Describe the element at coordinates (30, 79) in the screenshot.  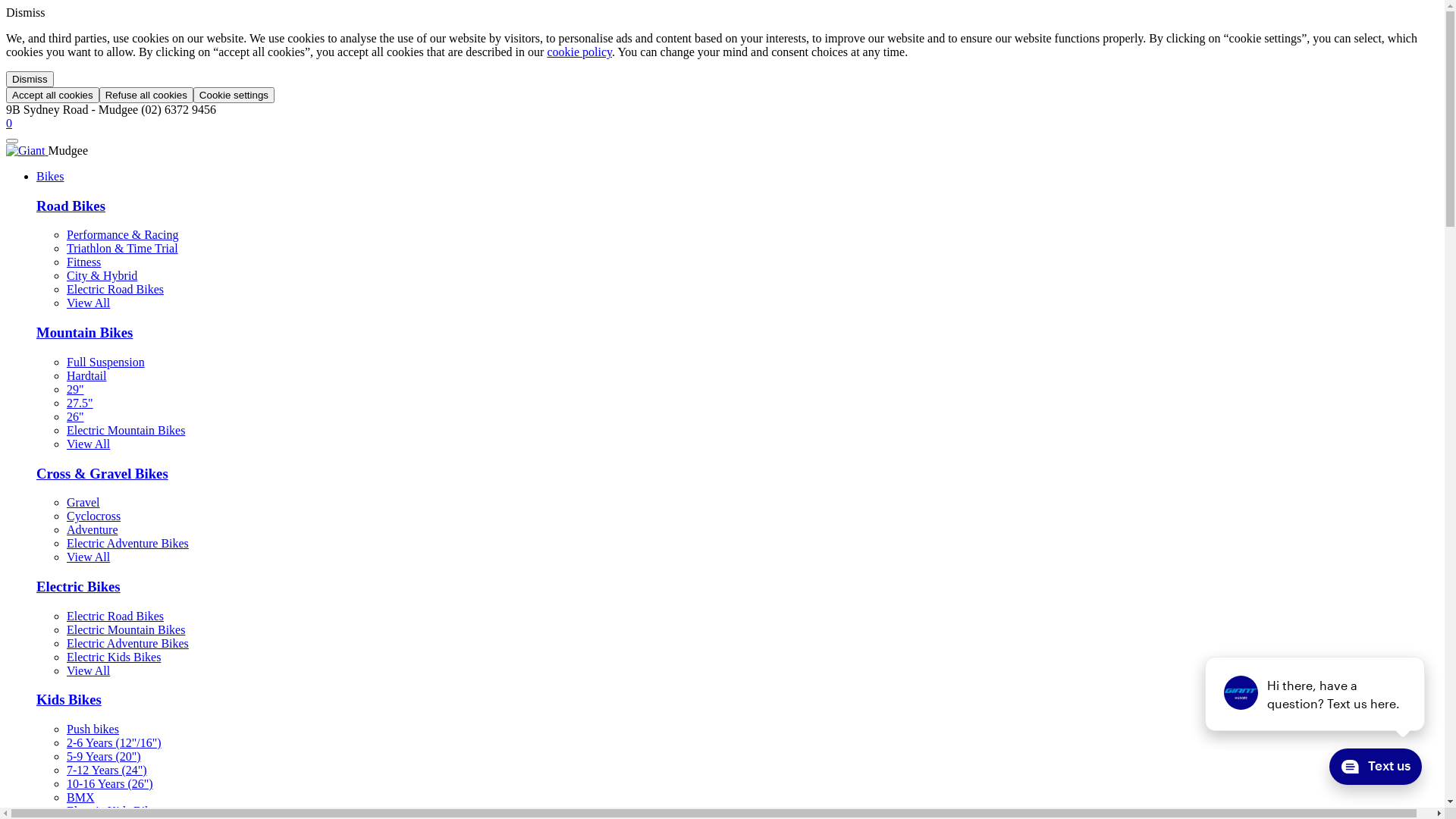
I see `'Dismiss'` at that location.